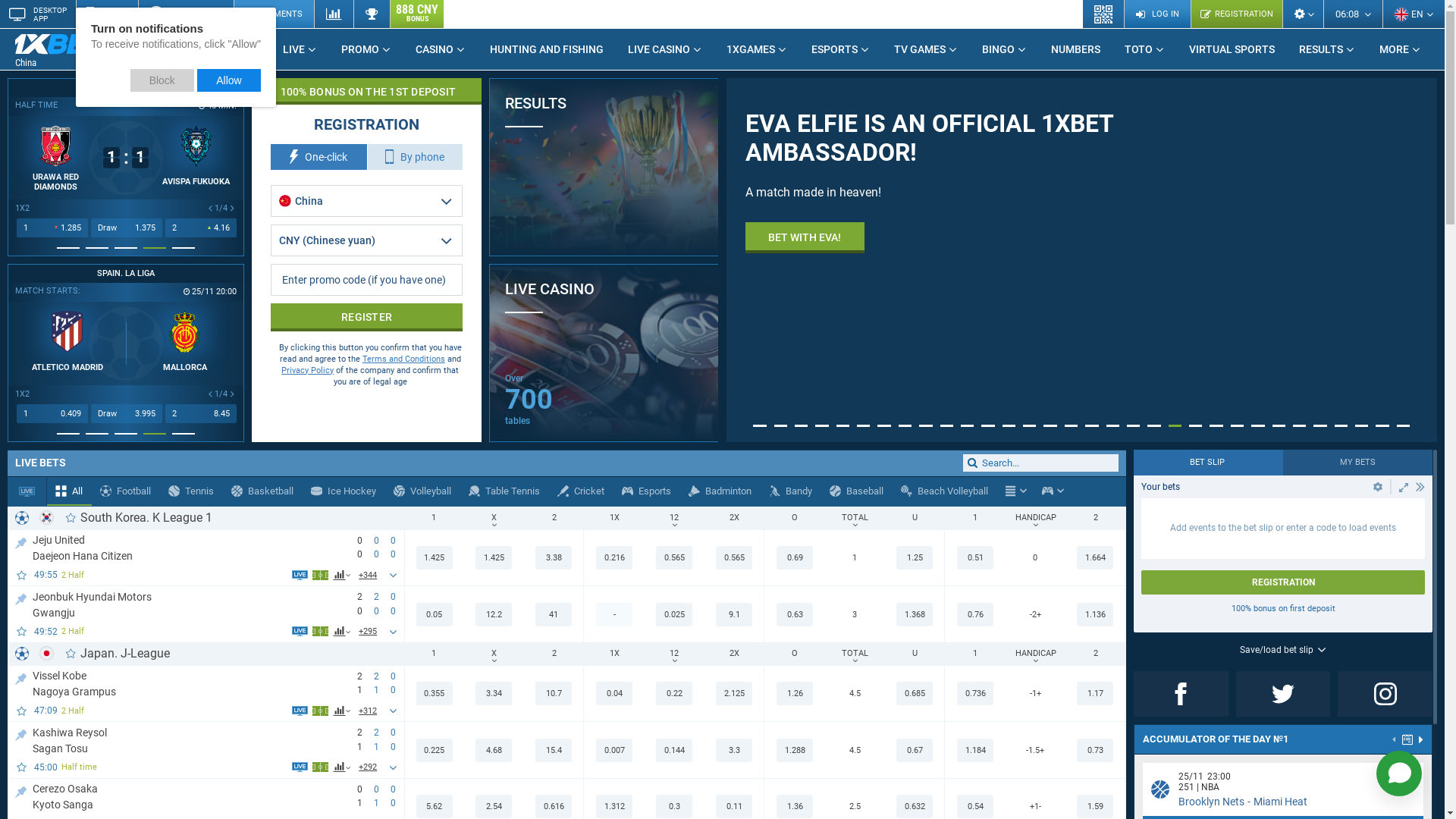 Image resolution: width=1456 pixels, height=819 pixels. What do you see at coordinates (1232, 49) in the screenshot?
I see `'VIRTUAL SPORTS'` at bounding box center [1232, 49].